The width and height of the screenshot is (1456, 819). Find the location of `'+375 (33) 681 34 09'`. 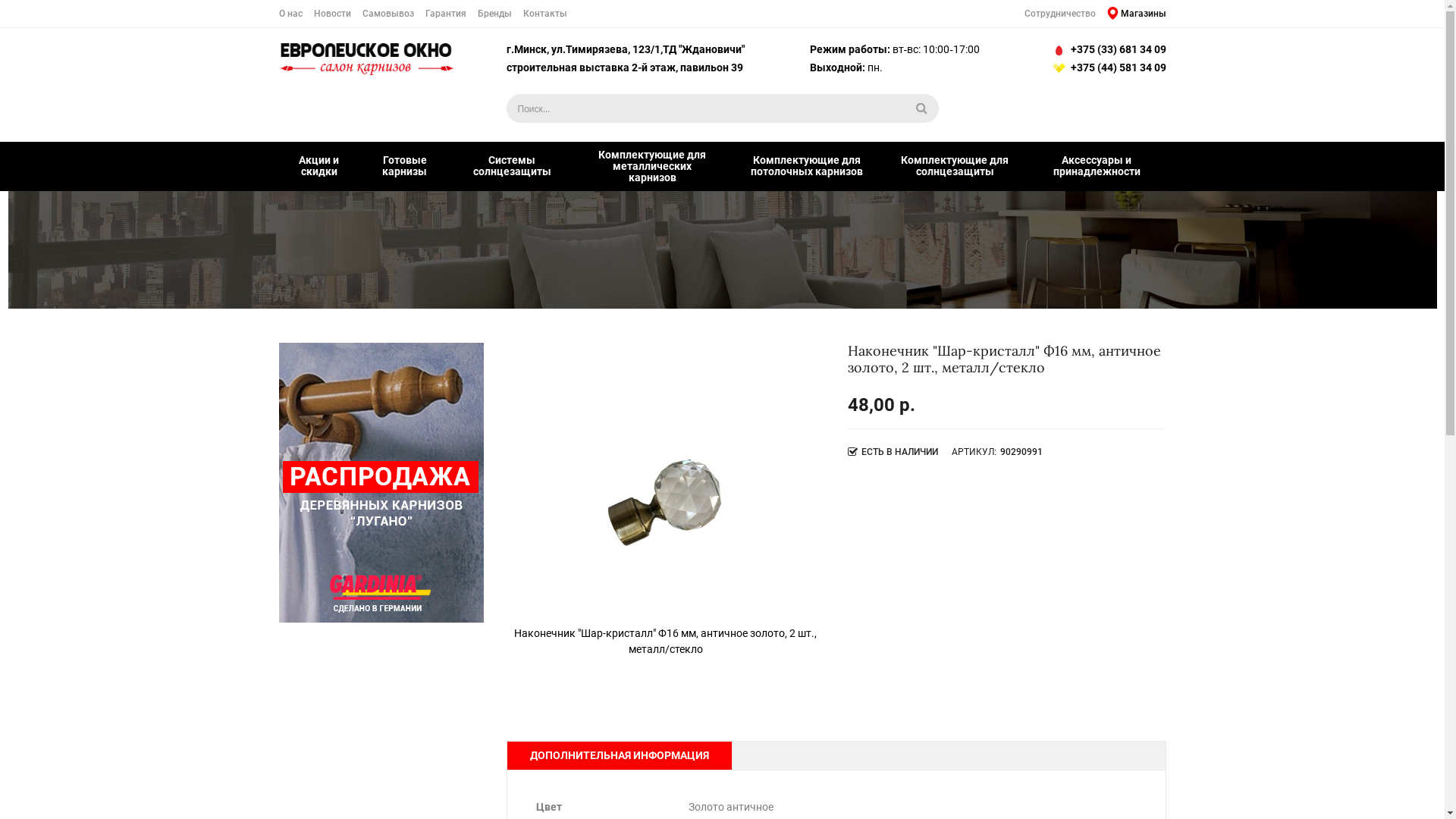

'+375 (33) 681 34 09' is located at coordinates (1106, 49).